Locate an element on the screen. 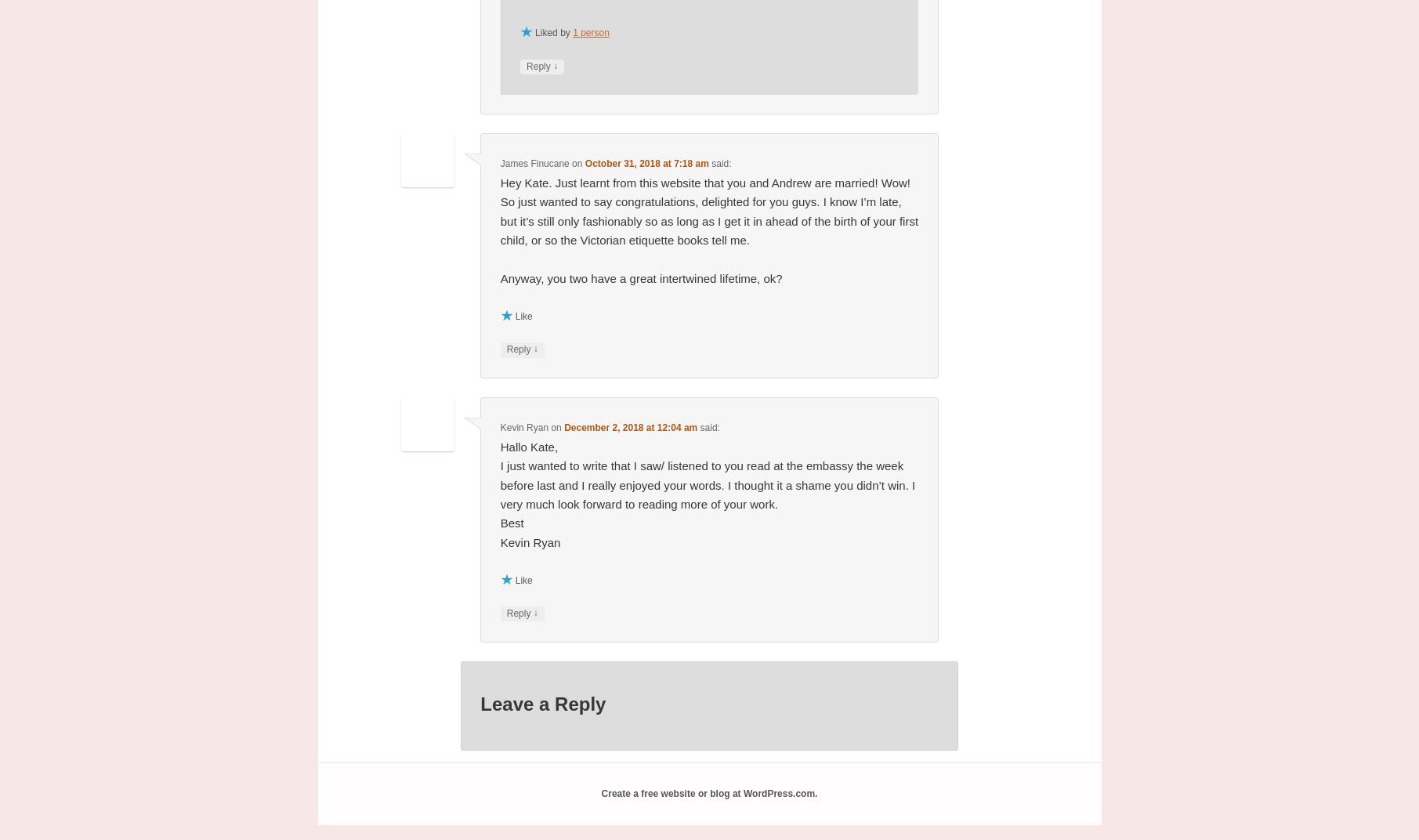 This screenshot has width=1419, height=840. 'Anyway, you two have a great intertwined lifetime, ok?' is located at coordinates (641, 277).